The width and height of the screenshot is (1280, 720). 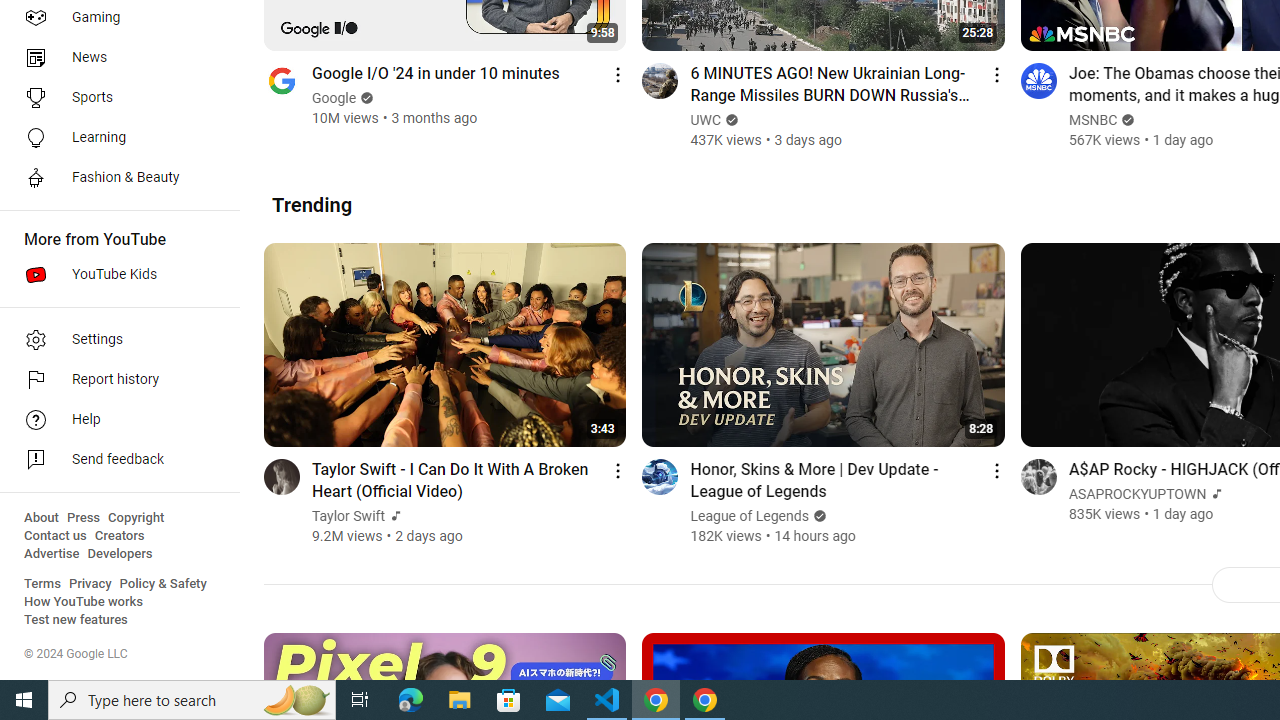 I want to click on 'Advertise', so click(x=51, y=554).